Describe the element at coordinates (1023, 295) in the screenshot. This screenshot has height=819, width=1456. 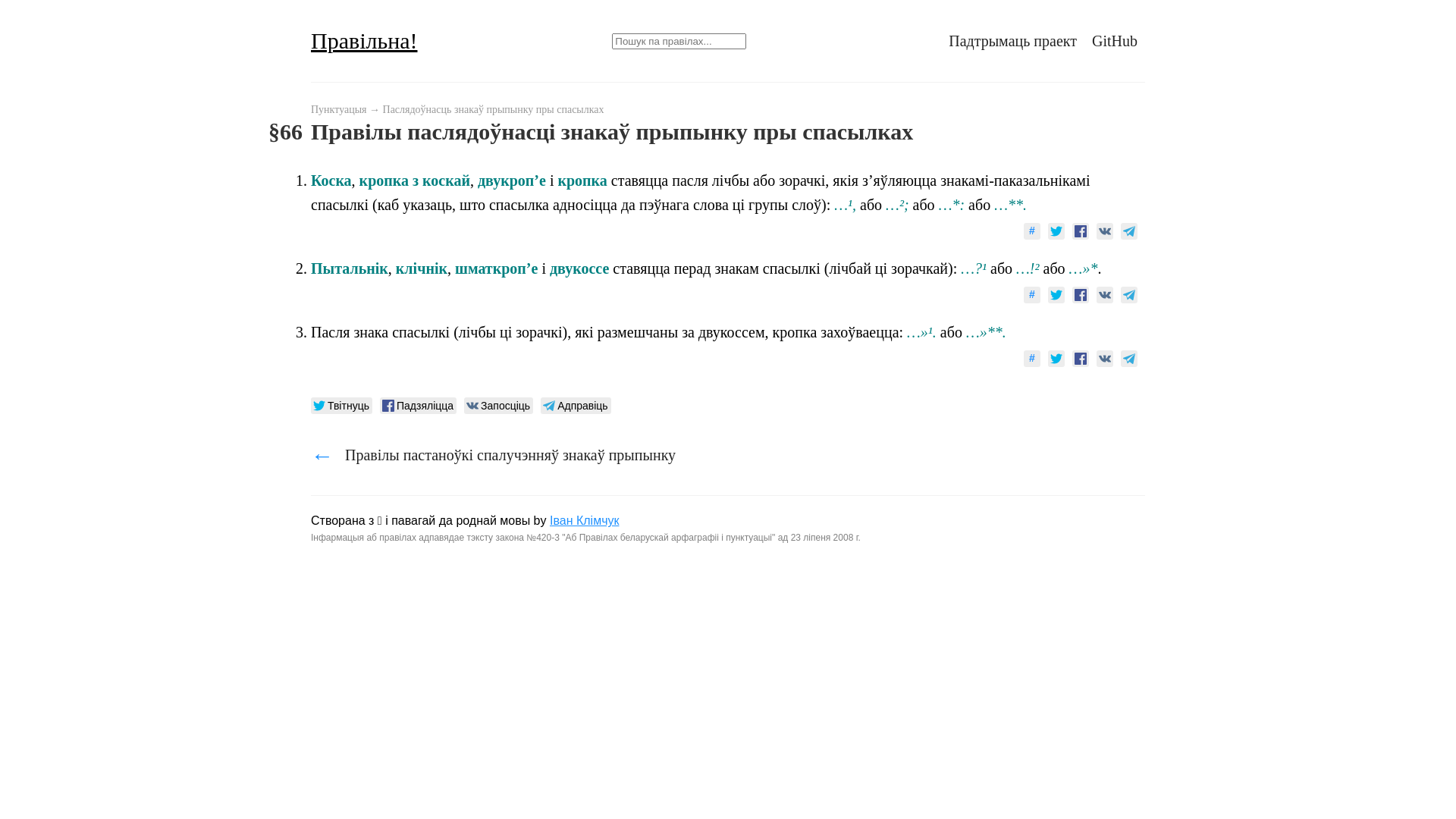
I see `'#'` at that location.